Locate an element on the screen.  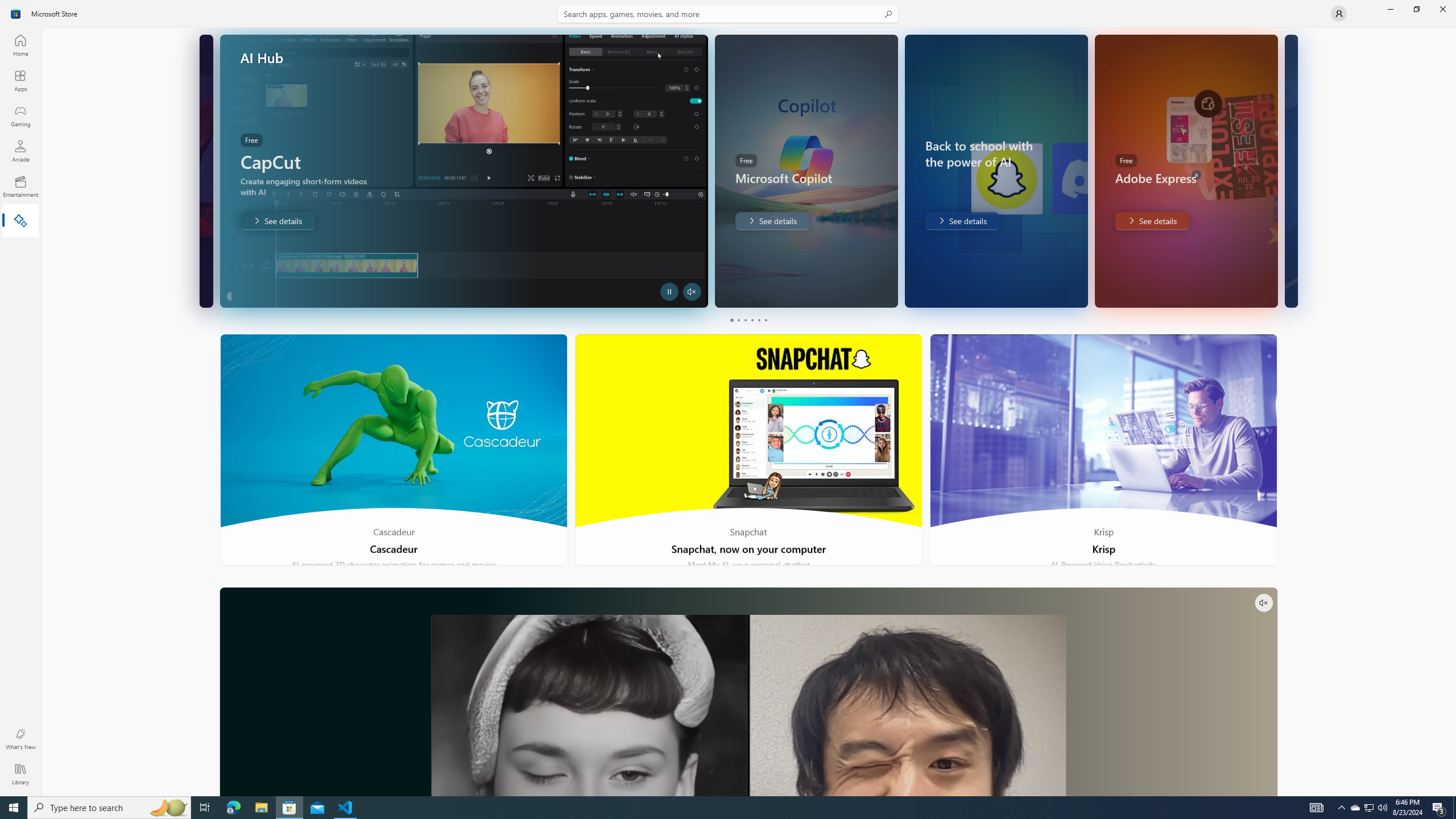
'Cascadeur' is located at coordinates (394, 449).